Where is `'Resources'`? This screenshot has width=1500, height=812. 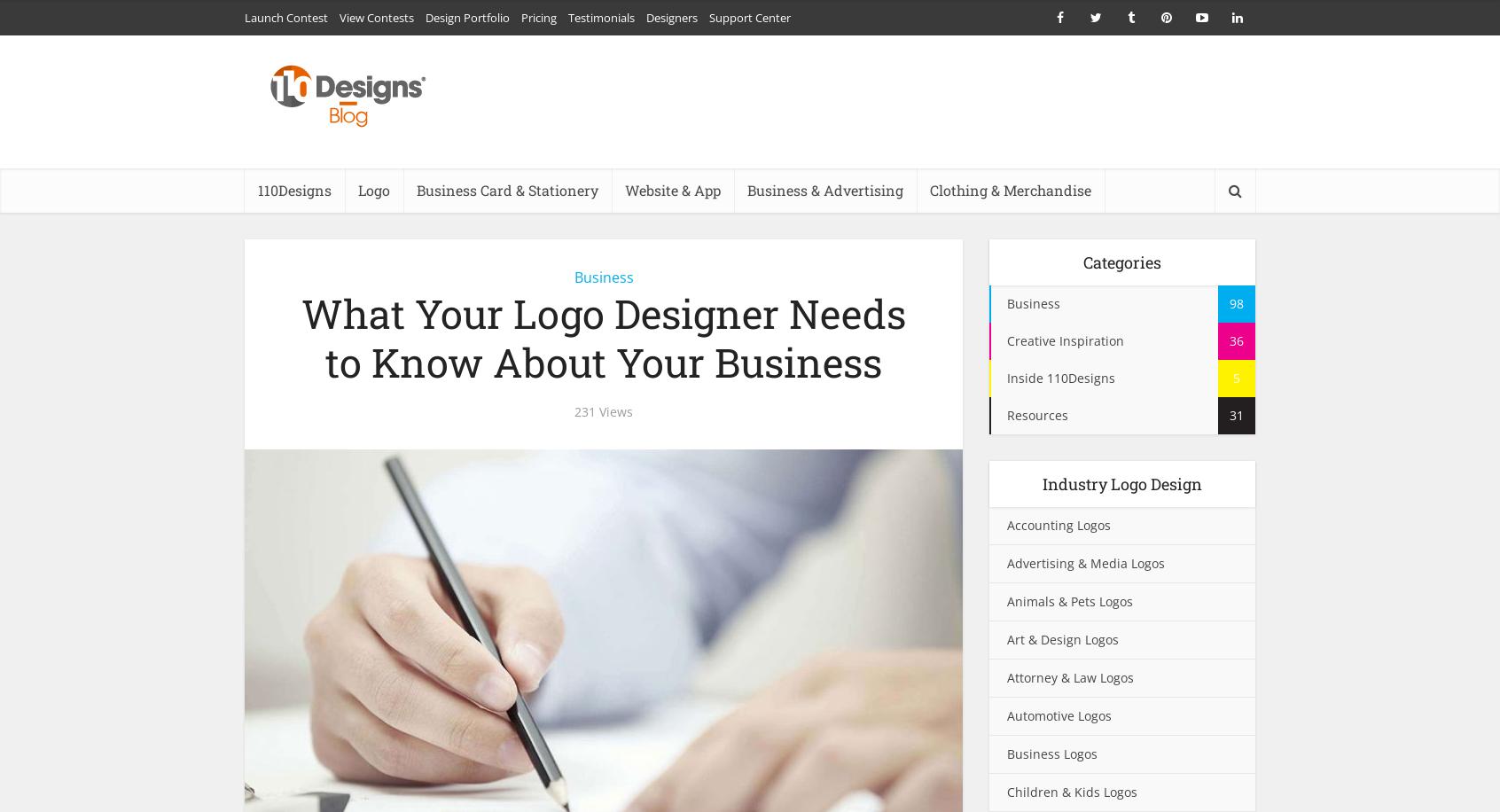 'Resources' is located at coordinates (1006, 415).